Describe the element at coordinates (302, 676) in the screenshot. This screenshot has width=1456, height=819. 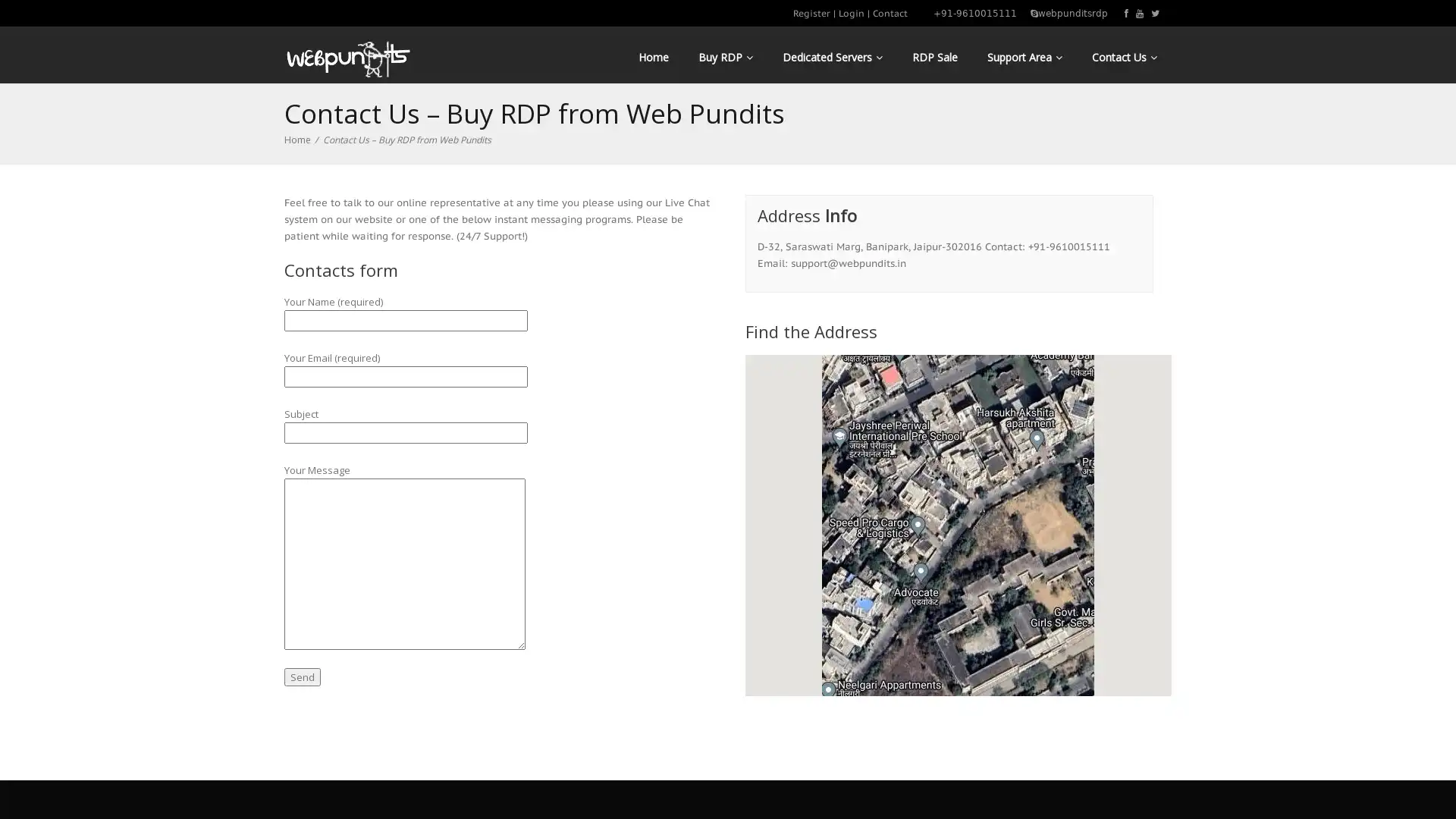
I see `Send` at that location.